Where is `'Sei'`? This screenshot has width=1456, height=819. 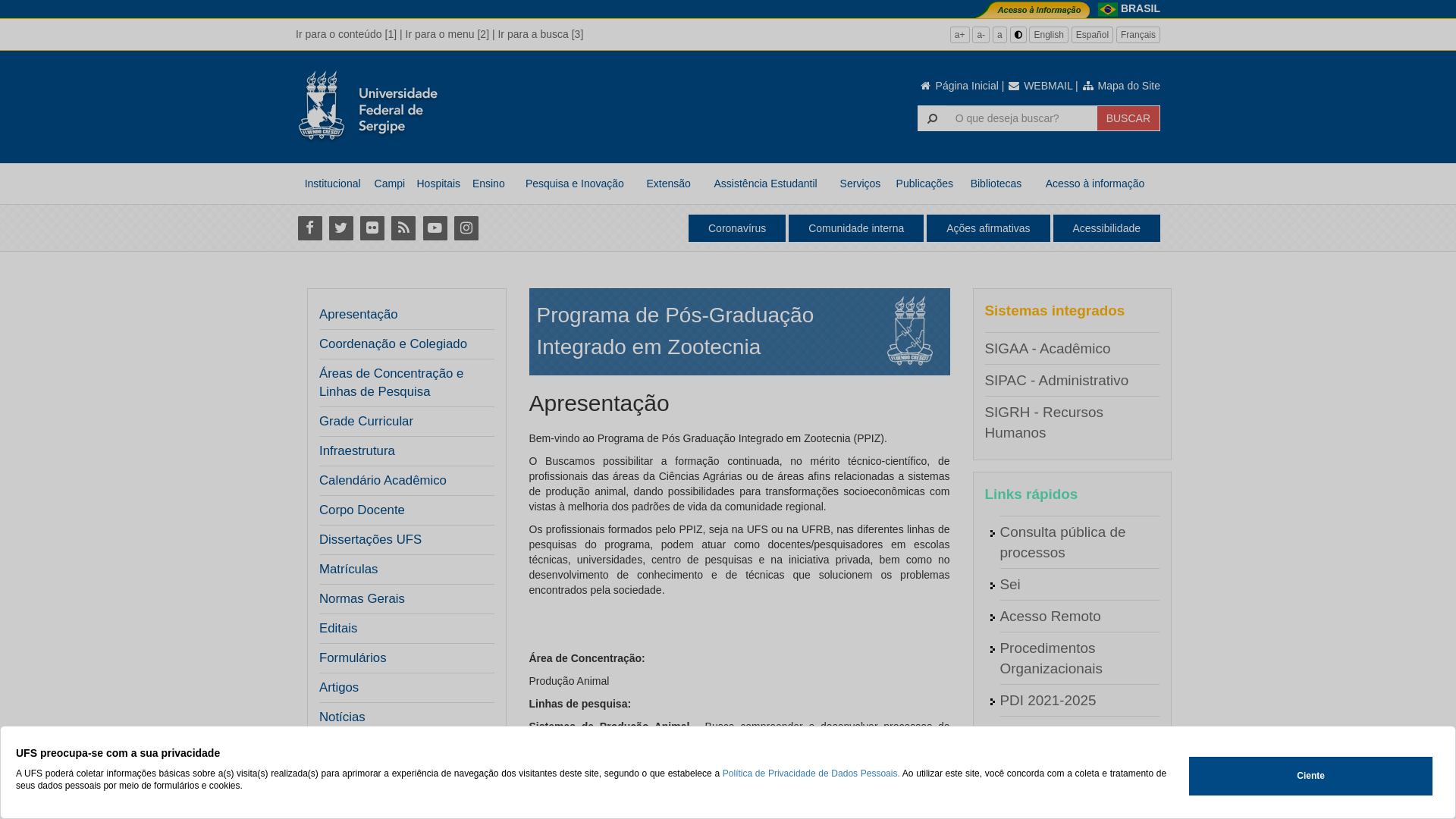
'Sei' is located at coordinates (1009, 583).